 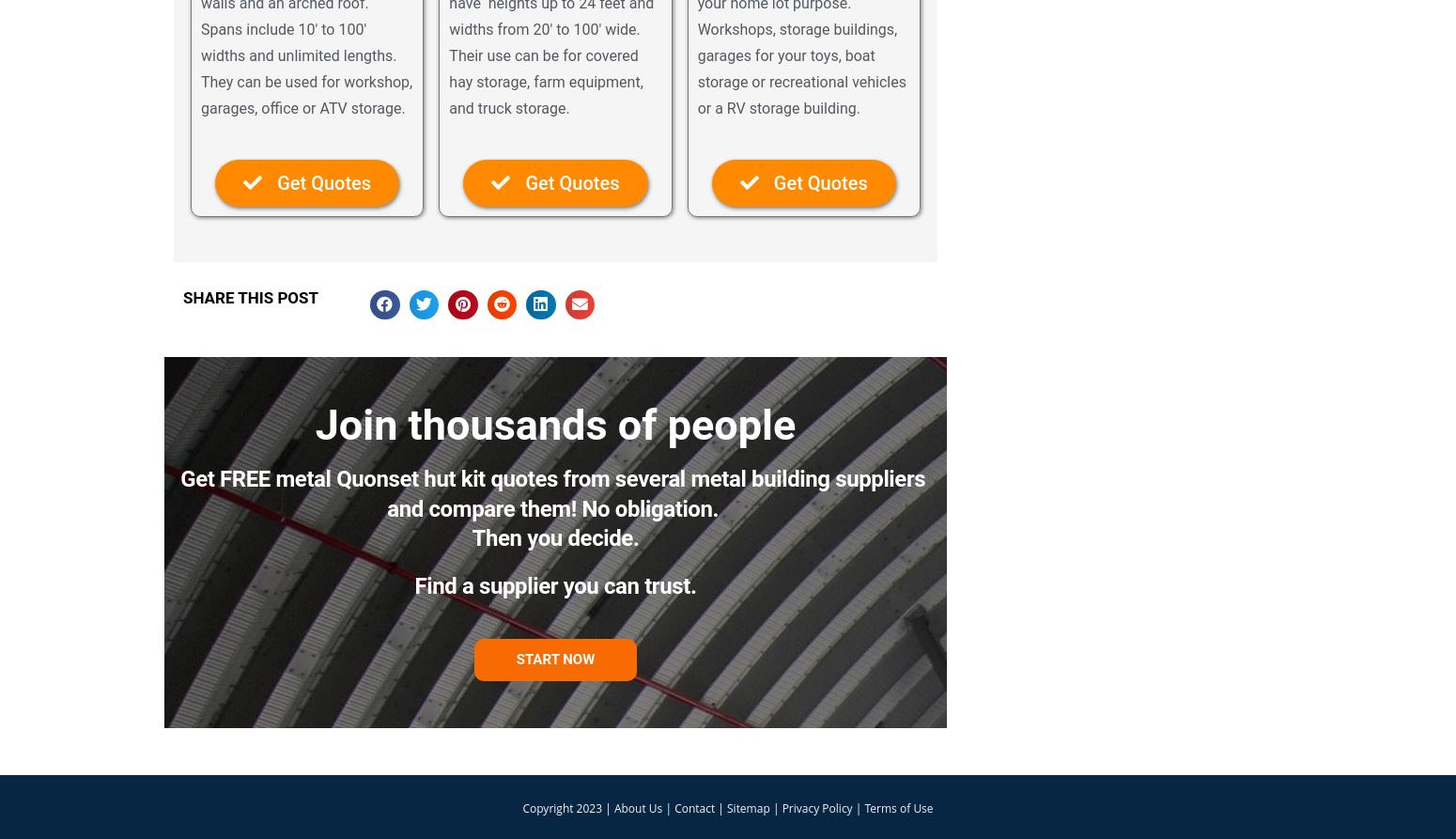 What do you see at coordinates (181, 297) in the screenshot?
I see `'Share this post'` at bounding box center [181, 297].